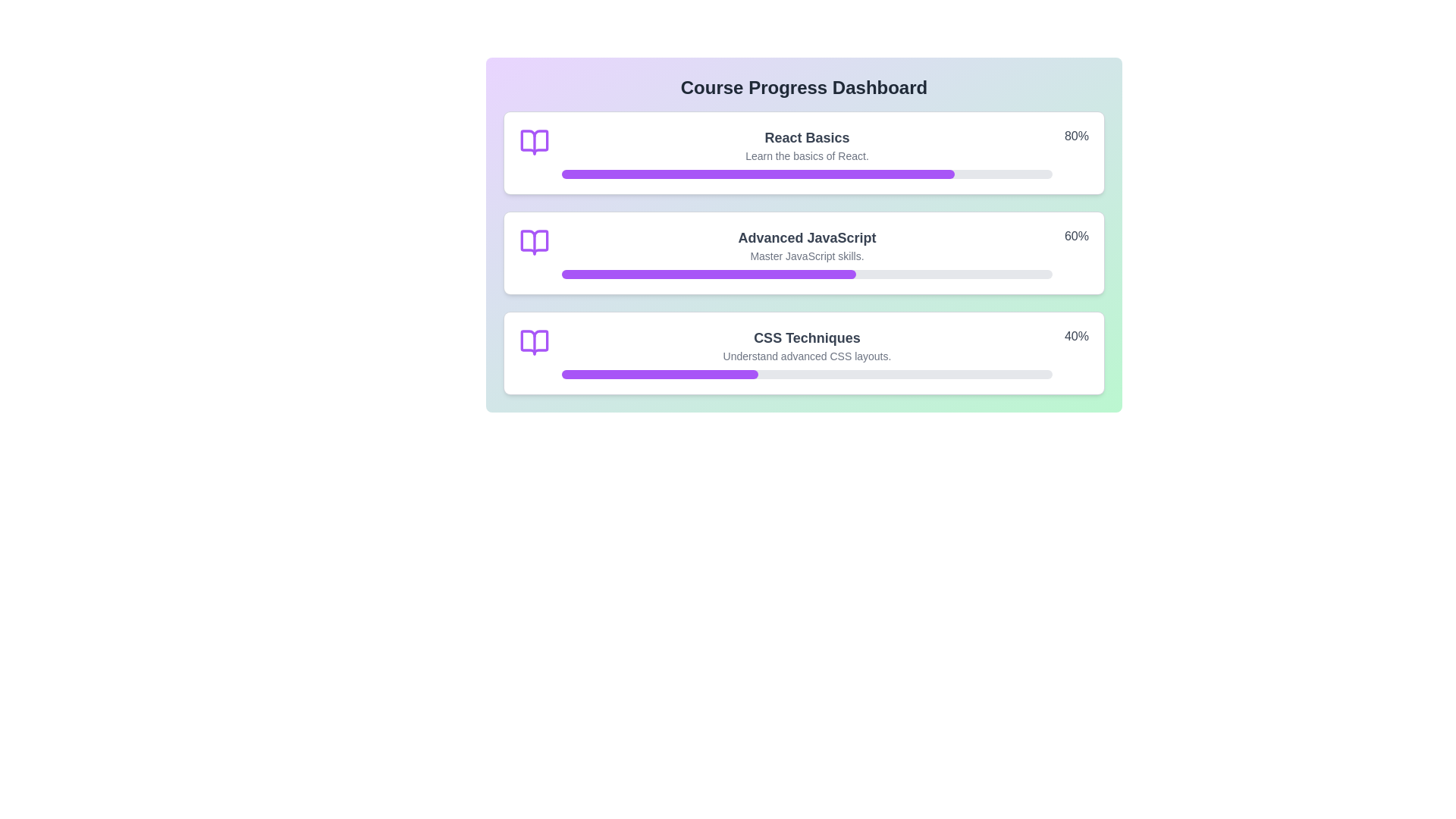 The width and height of the screenshot is (1456, 819). What do you see at coordinates (535, 143) in the screenshot?
I see `the 'React Basics' course icon located at the top-left corner of the first card under the 'Course Progress Dashboard', next to the text labeled 'React Basics'` at bounding box center [535, 143].